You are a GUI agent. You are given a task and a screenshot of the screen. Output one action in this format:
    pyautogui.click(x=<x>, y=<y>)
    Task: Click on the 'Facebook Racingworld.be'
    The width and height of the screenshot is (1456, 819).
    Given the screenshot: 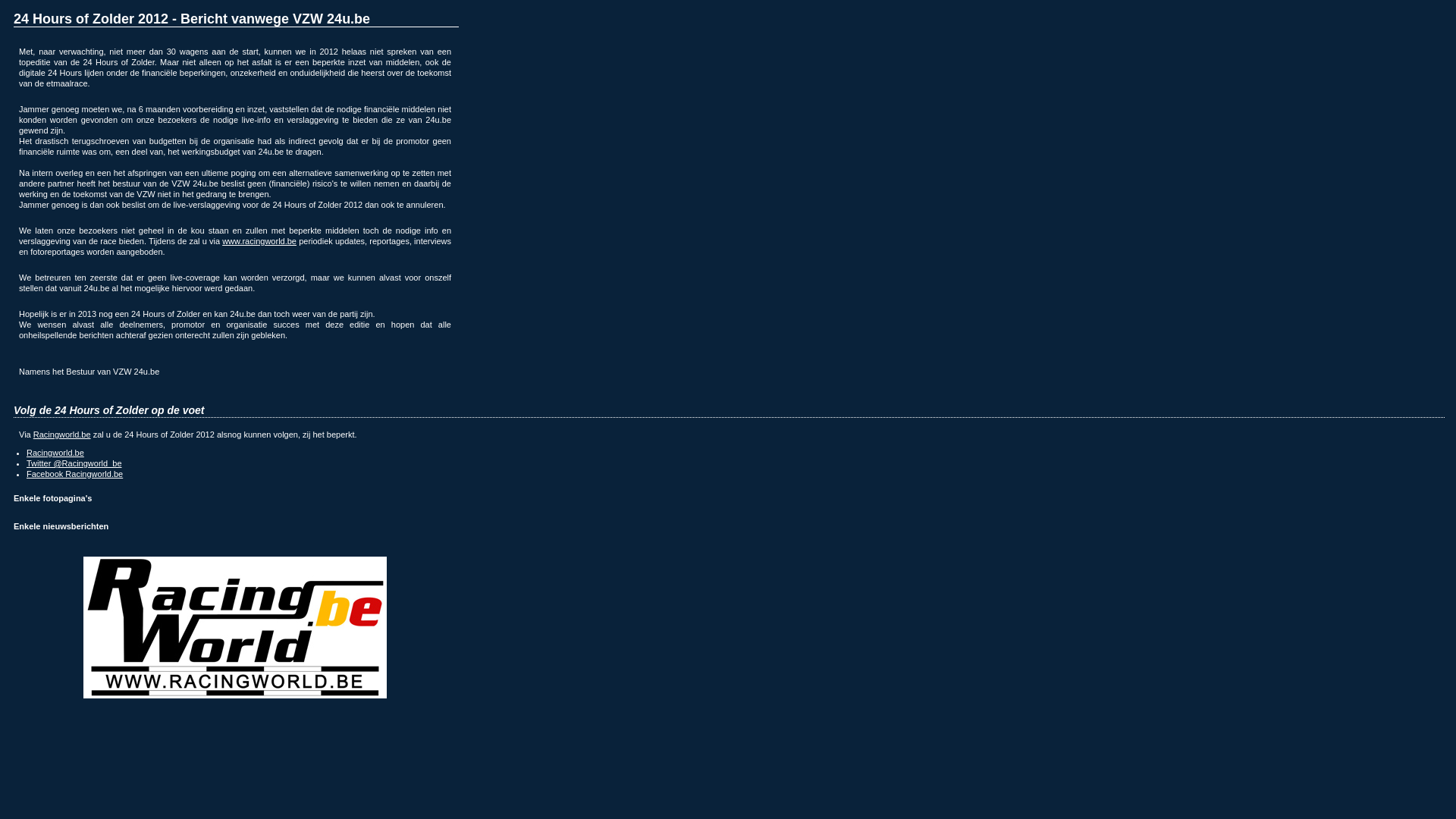 What is the action you would take?
    pyautogui.click(x=74, y=472)
    